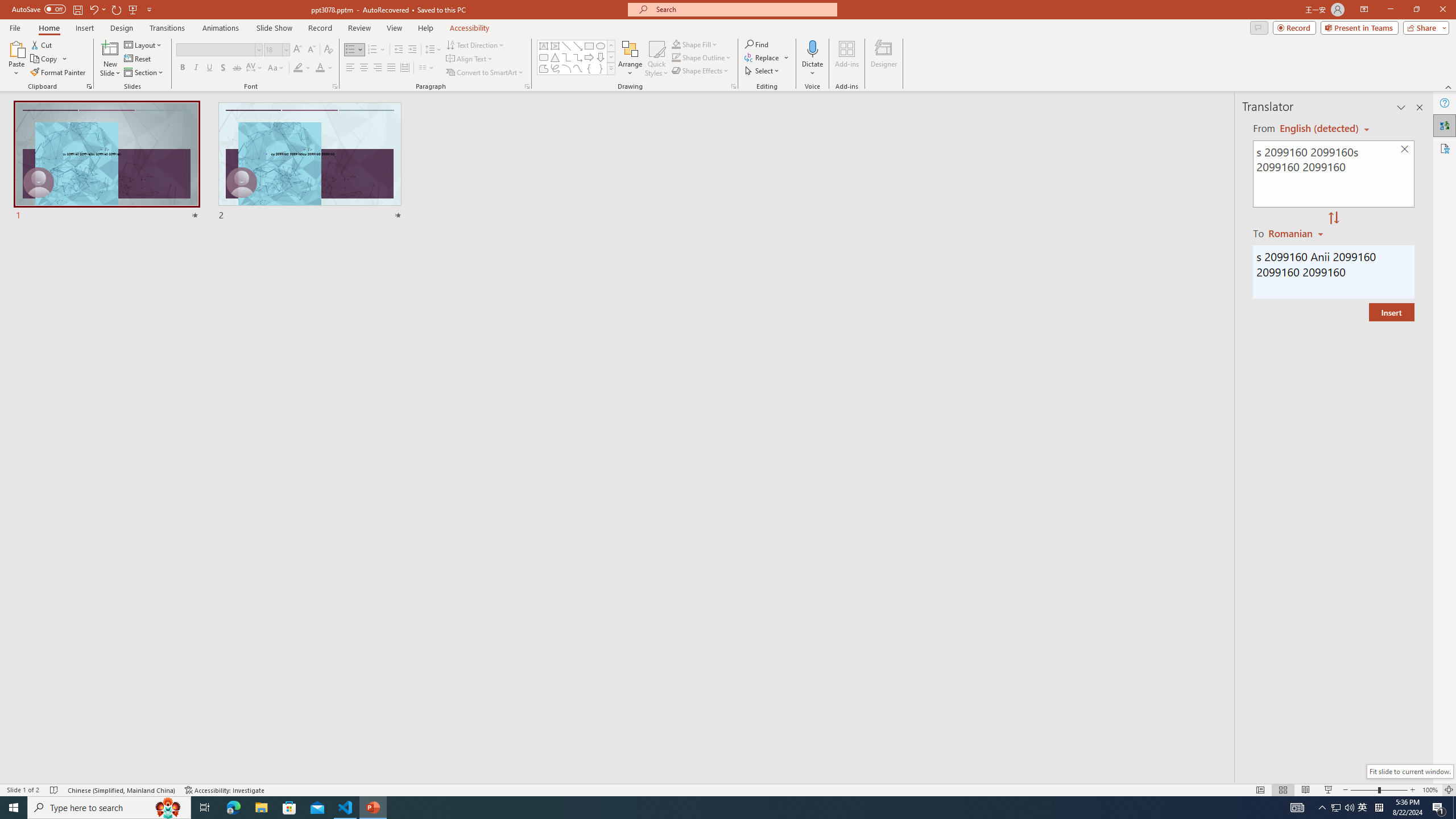  I want to click on 'Zoom 100%', so click(1430, 790).